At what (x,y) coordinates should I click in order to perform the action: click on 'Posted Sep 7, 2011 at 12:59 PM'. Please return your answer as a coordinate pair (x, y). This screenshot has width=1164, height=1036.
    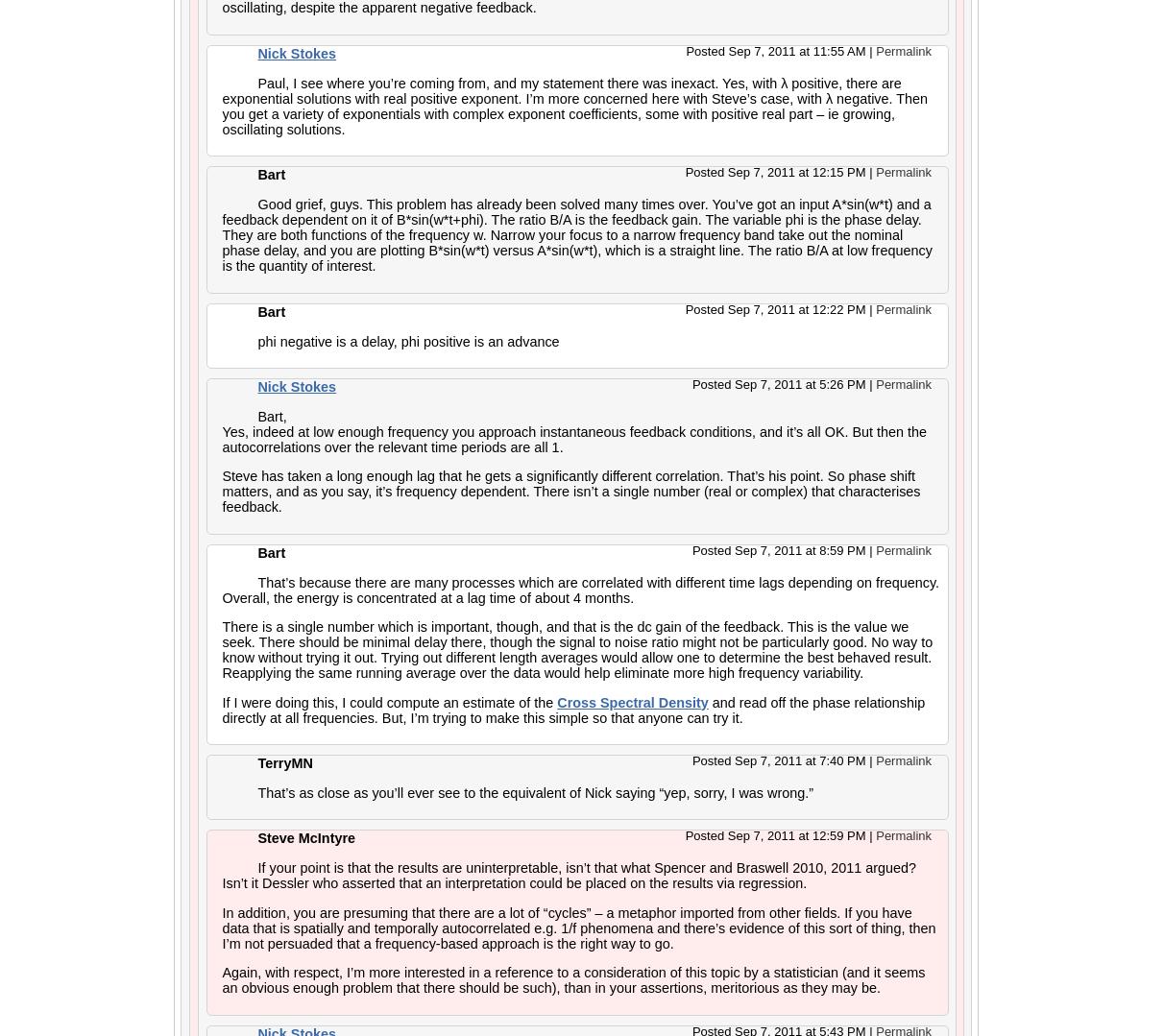
    Looking at the image, I should click on (776, 835).